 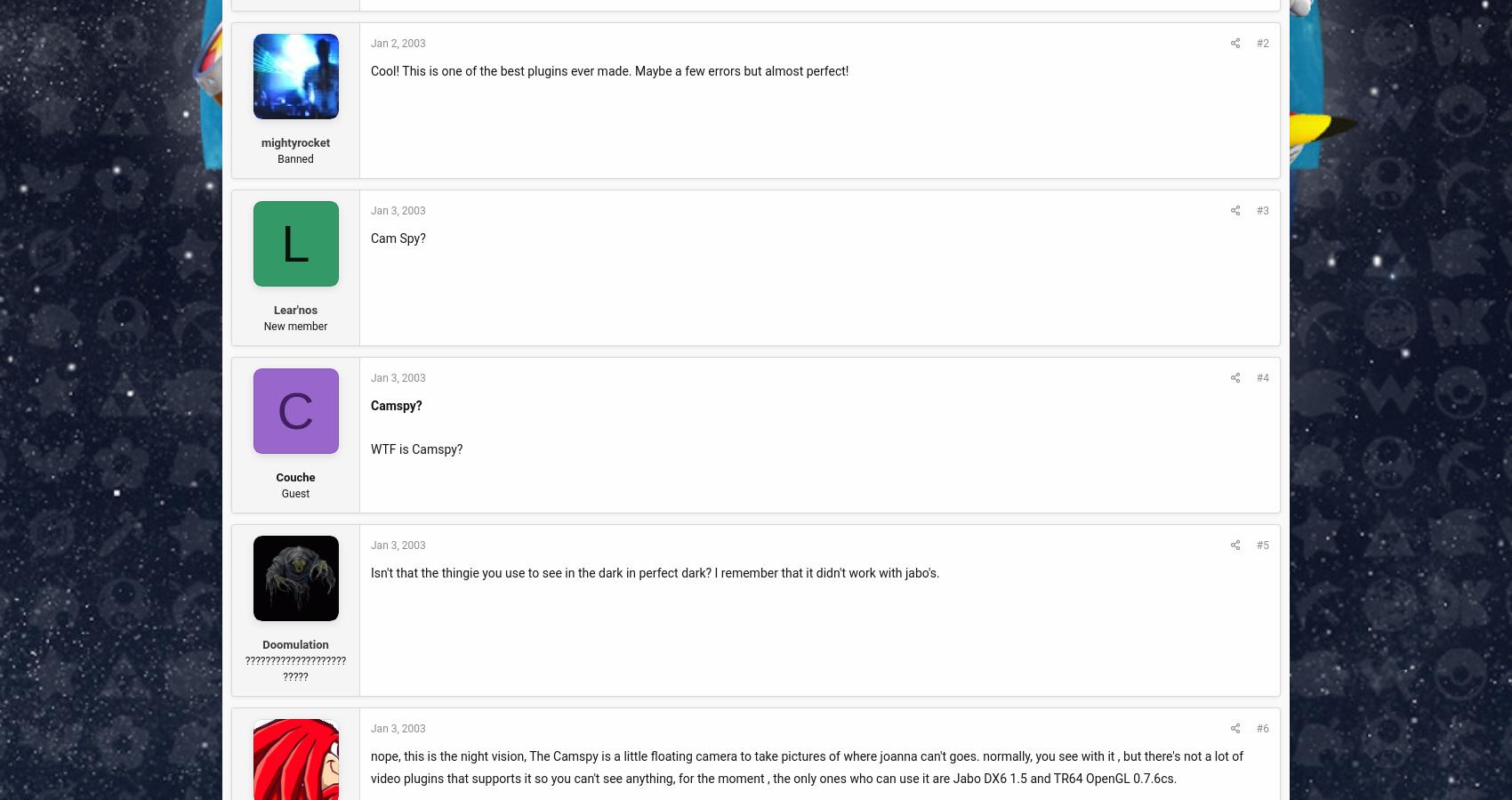 I want to click on '#5', so click(x=1261, y=545).